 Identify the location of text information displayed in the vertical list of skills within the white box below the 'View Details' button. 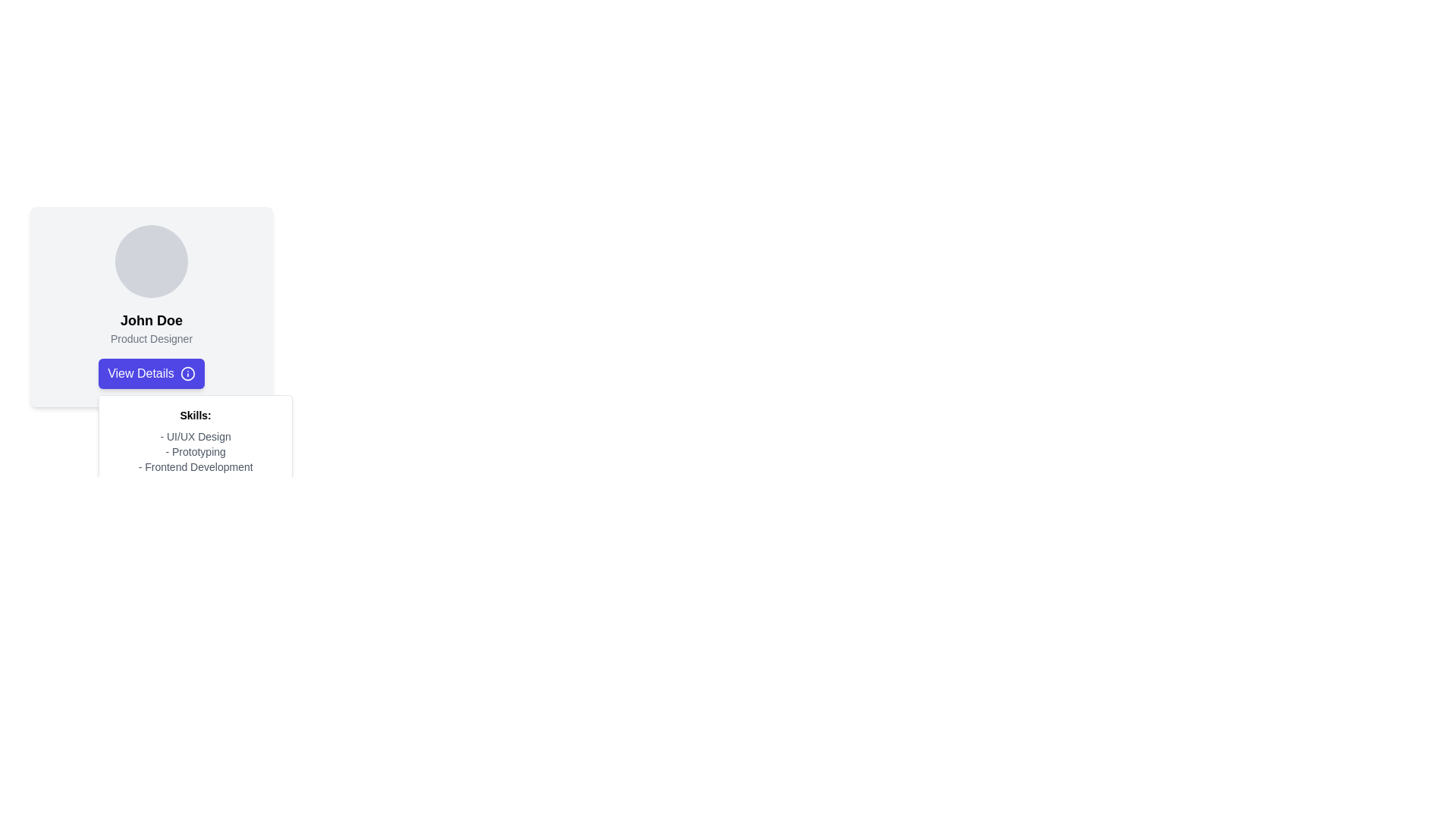
(195, 441).